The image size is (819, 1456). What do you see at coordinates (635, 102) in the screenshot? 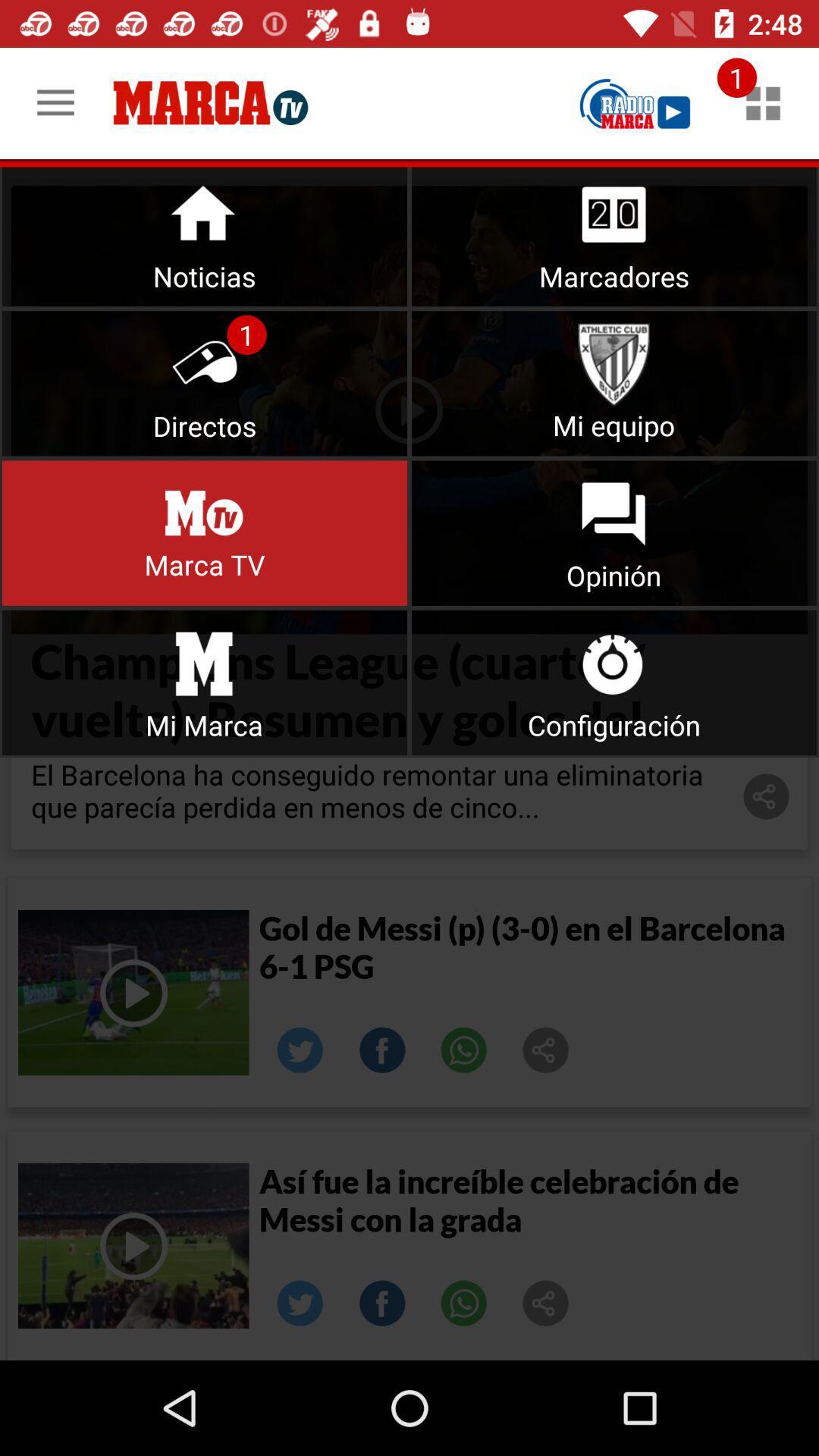
I see `play` at bounding box center [635, 102].